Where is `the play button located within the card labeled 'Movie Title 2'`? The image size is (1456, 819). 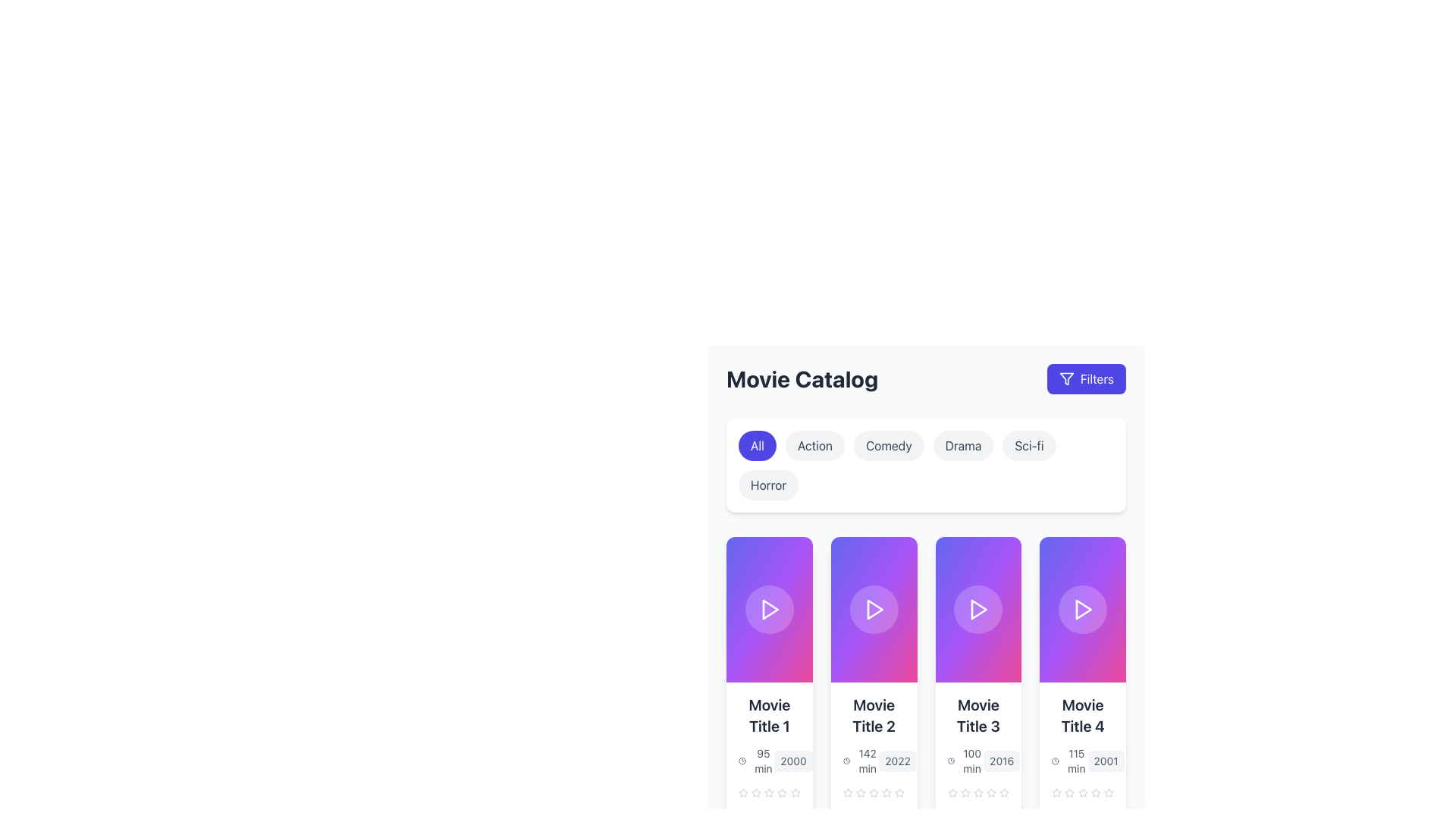
the play button located within the card labeled 'Movie Title 2' is located at coordinates (874, 608).